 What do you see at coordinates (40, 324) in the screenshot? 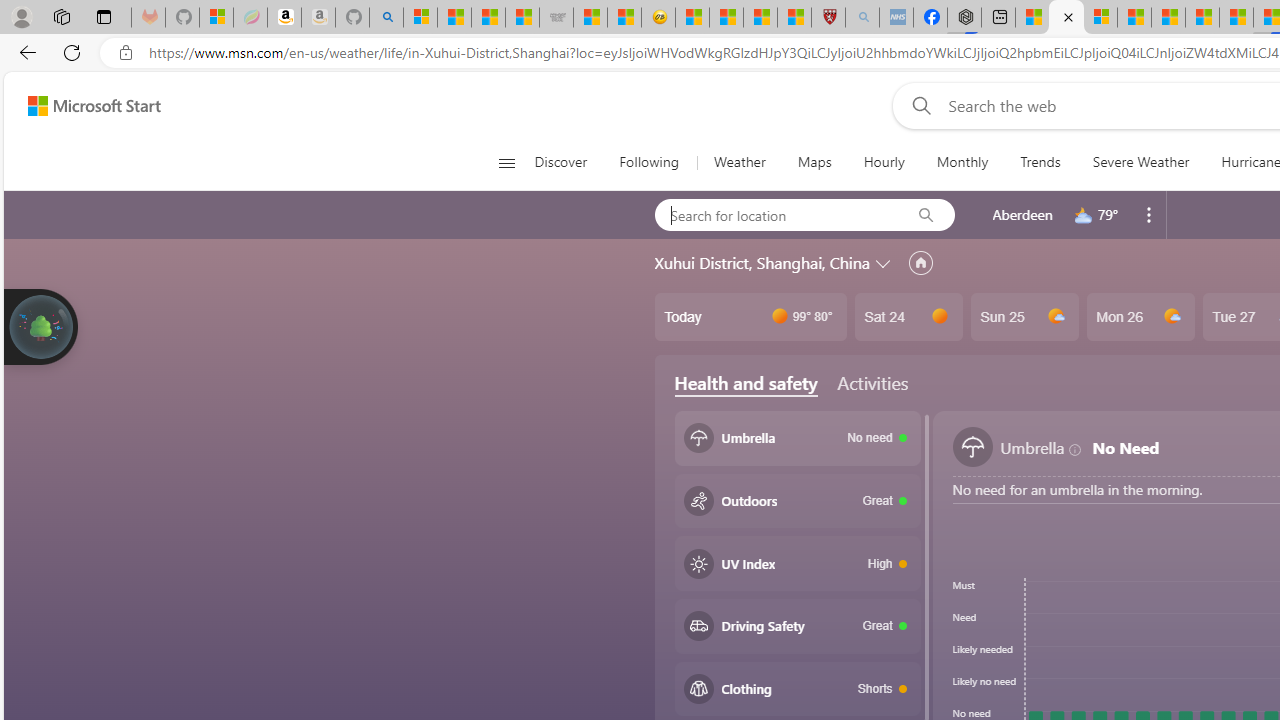
I see `'Join us in planting real trees to help our planet!'` at bounding box center [40, 324].